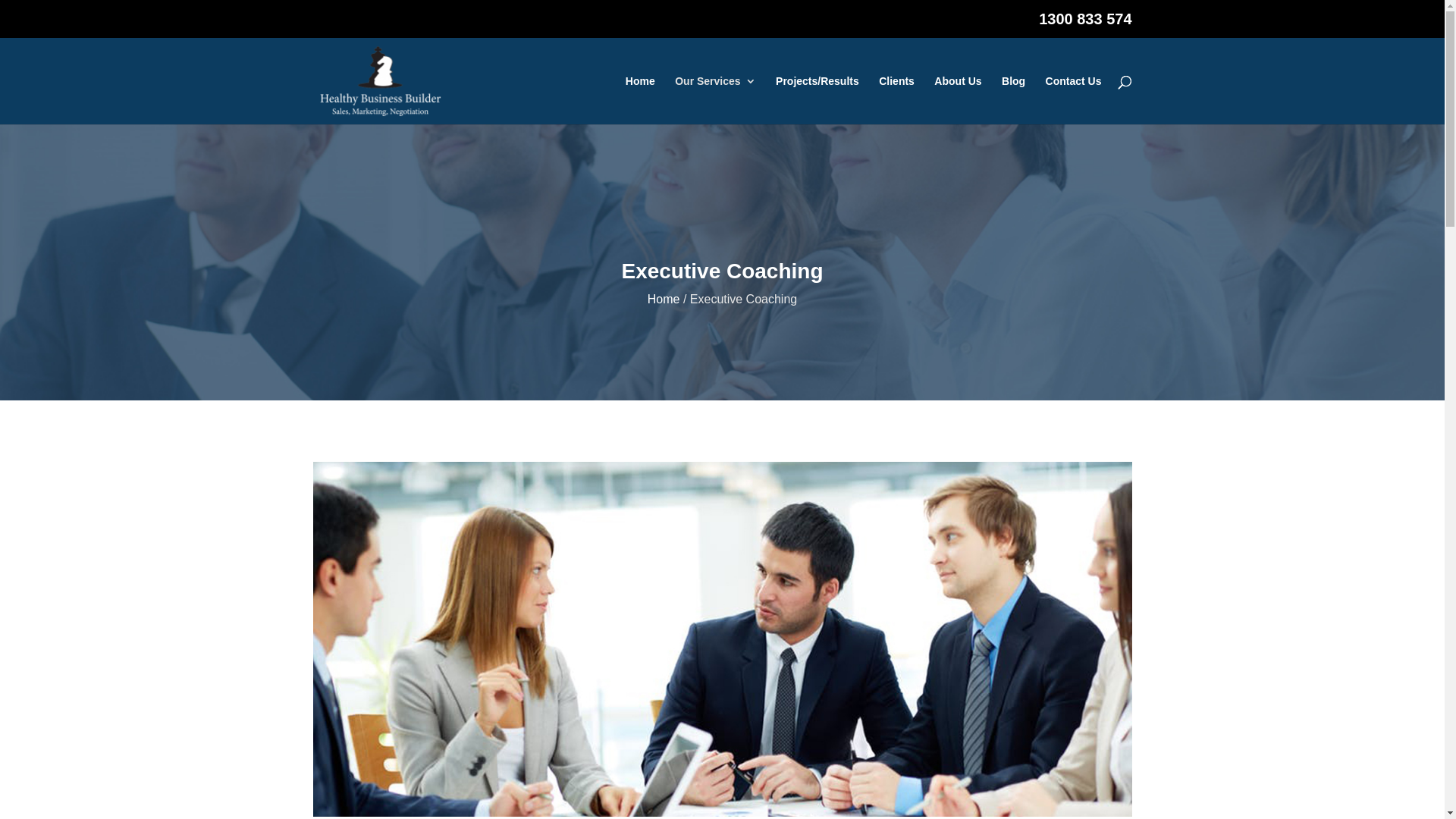 The width and height of the screenshot is (1456, 819). Describe the element at coordinates (896, 99) in the screenshot. I see `'Clients'` at that location.